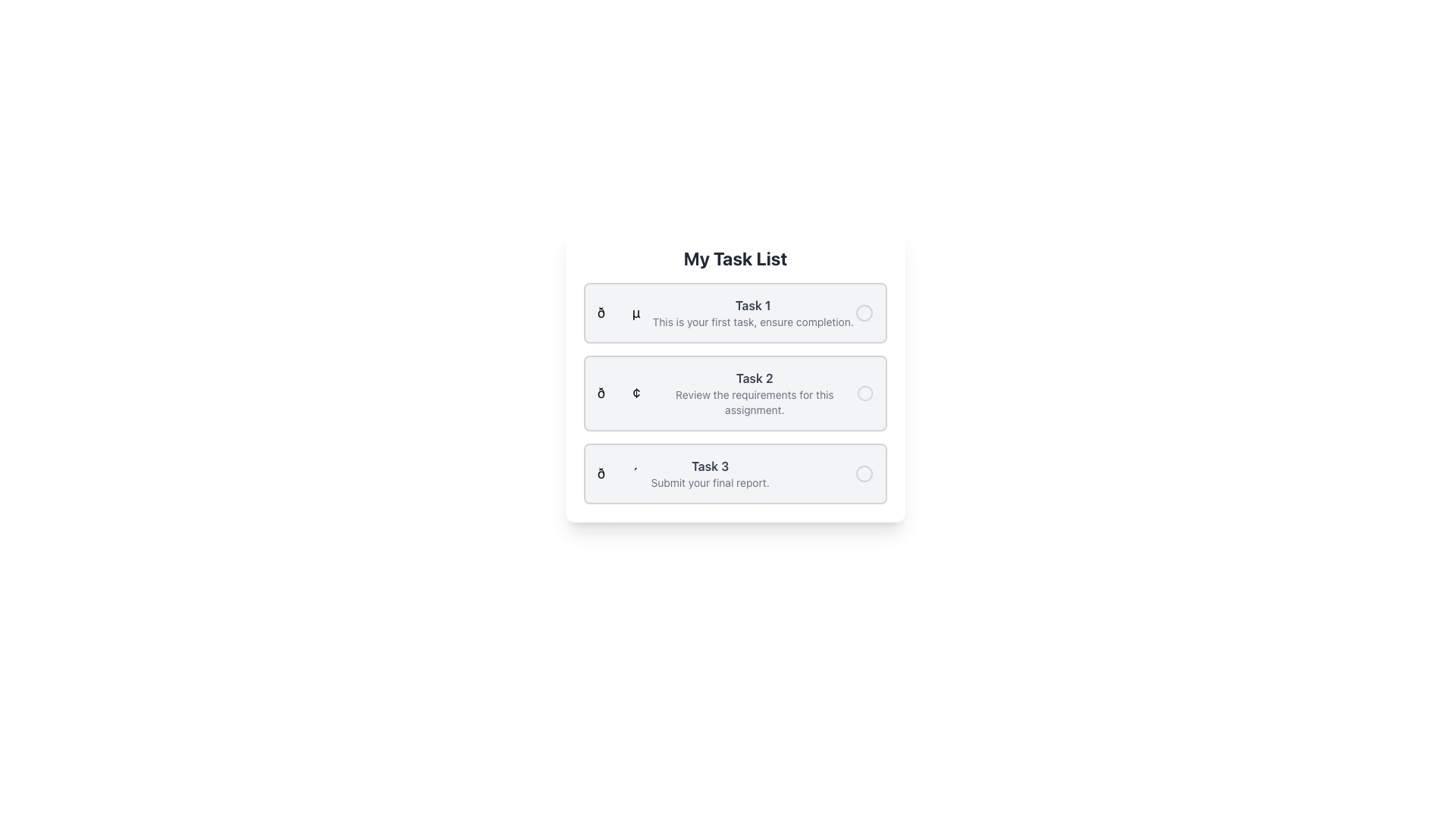  I want to click on descriptive text label displayed in a smaller gray font located directly below the 'Task 2' header in the task list interface, so click(755, 402).